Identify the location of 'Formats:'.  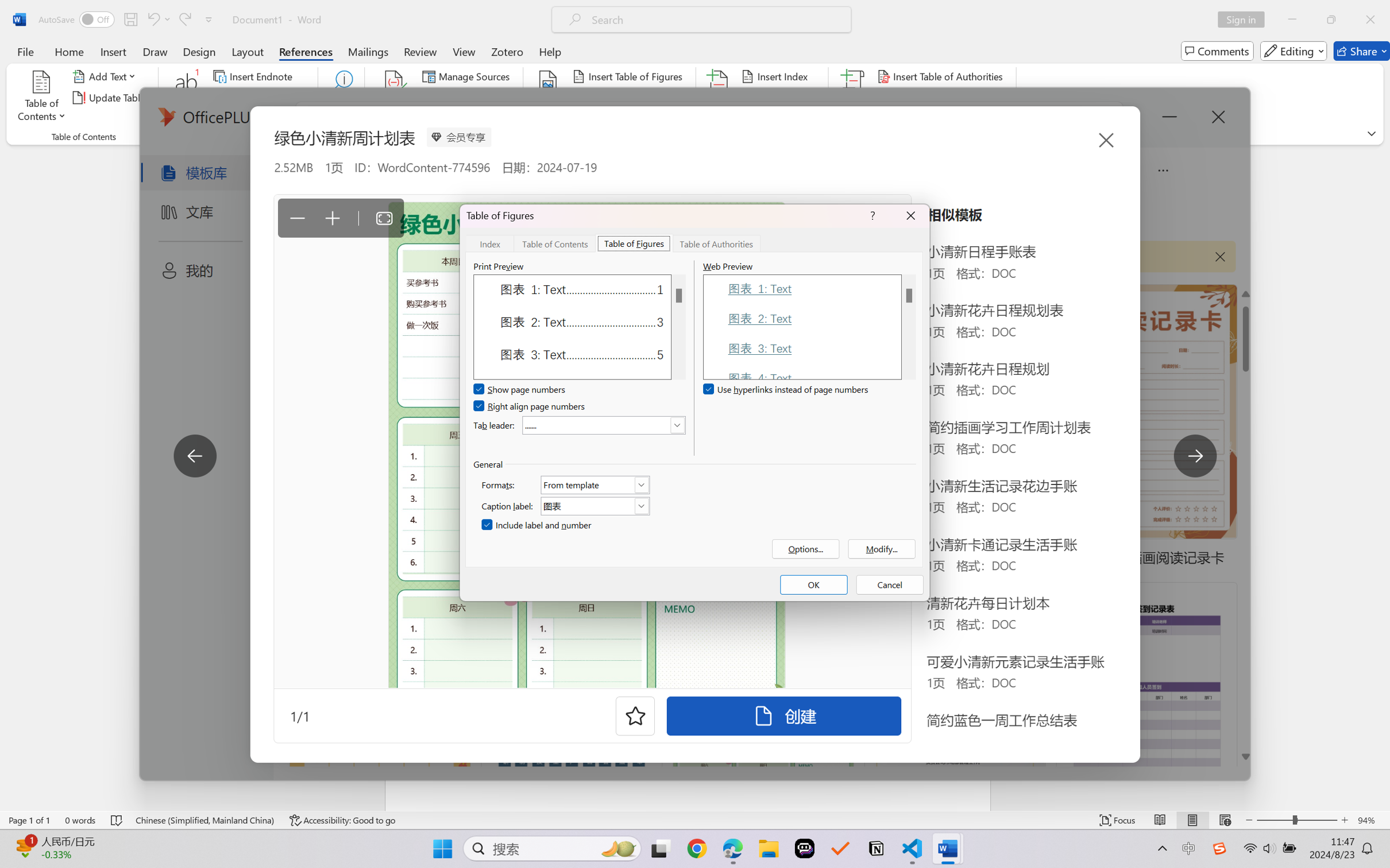
(595, 484).